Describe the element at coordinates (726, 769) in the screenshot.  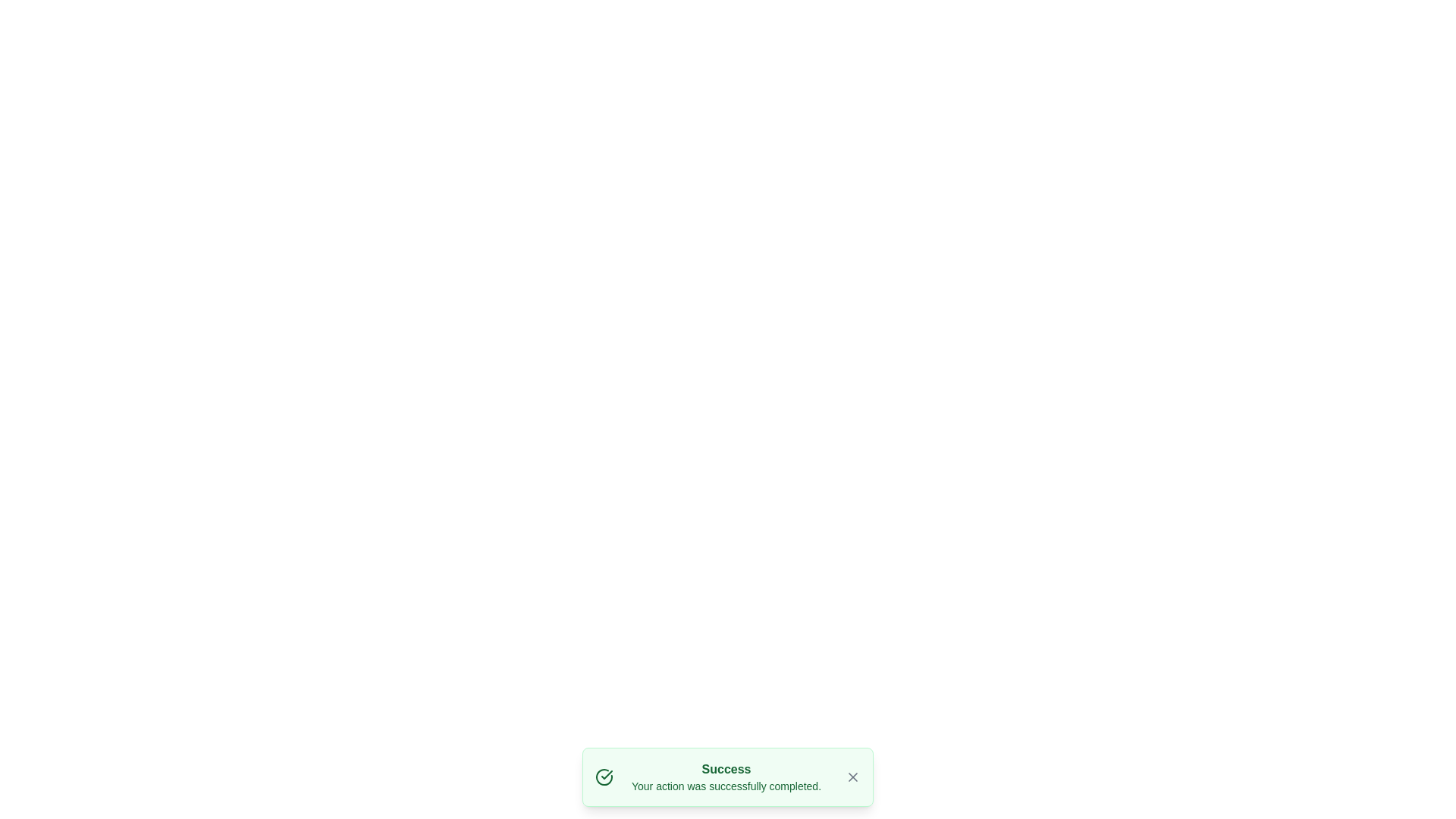
I see `the bolded text displaying 'Success' in dark green color, which is centered at the top of the notification box` at that location.